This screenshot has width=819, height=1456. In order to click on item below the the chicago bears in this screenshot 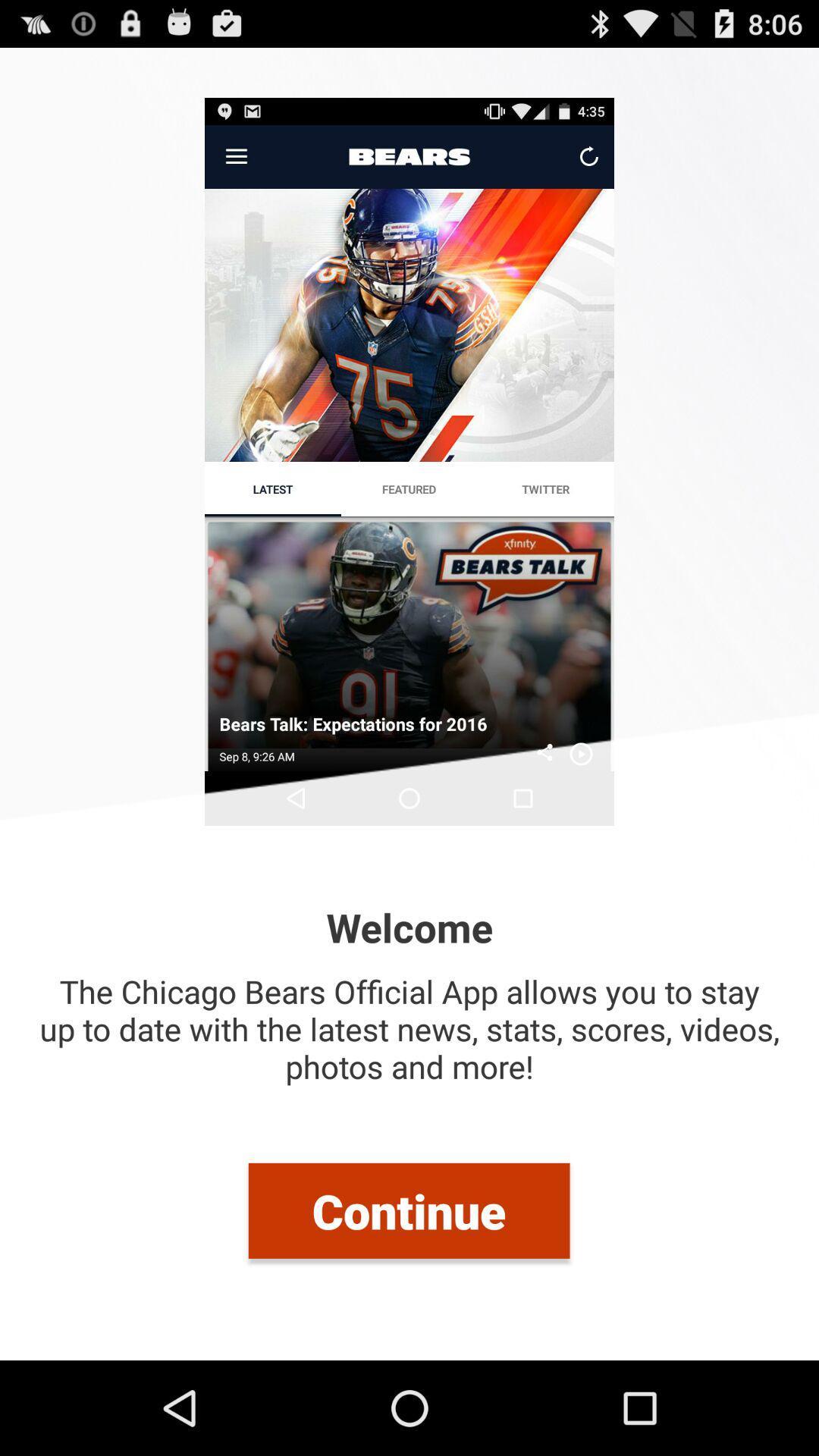, I will do `click(408, 1210)`.